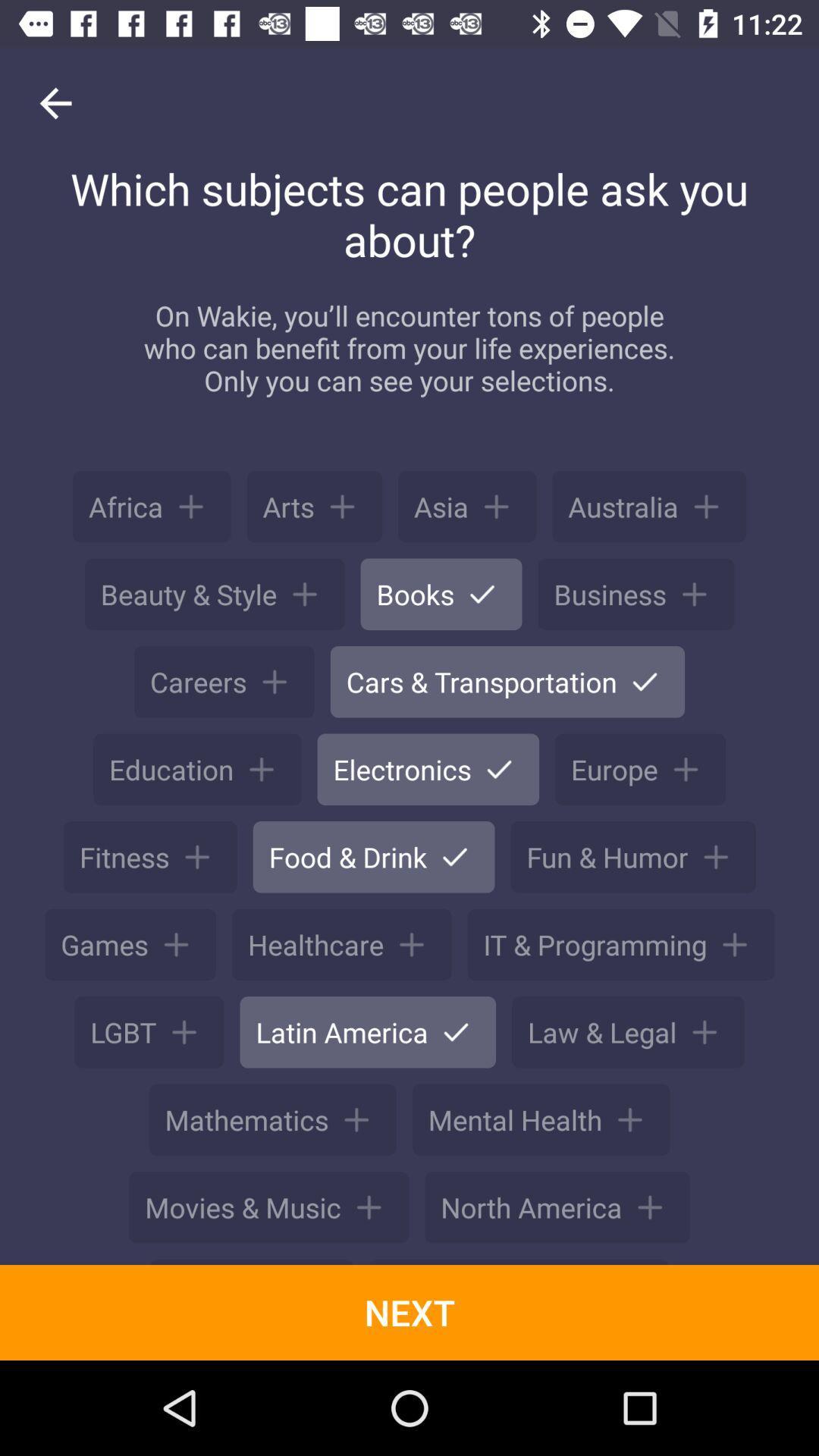  I want to click on the text europe, so click(640, 769).